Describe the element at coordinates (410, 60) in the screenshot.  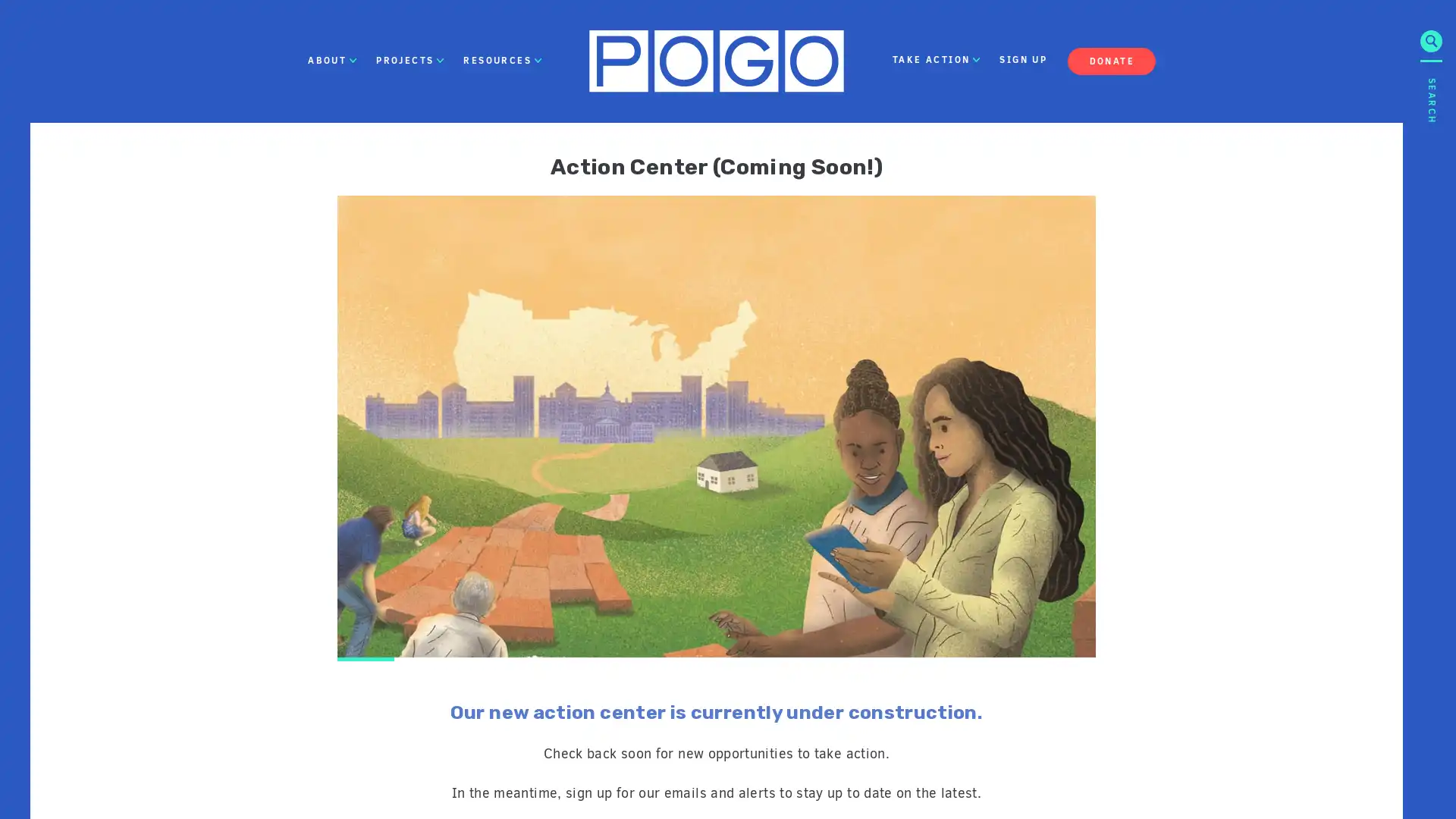
I see `PROJECTS` at that location.